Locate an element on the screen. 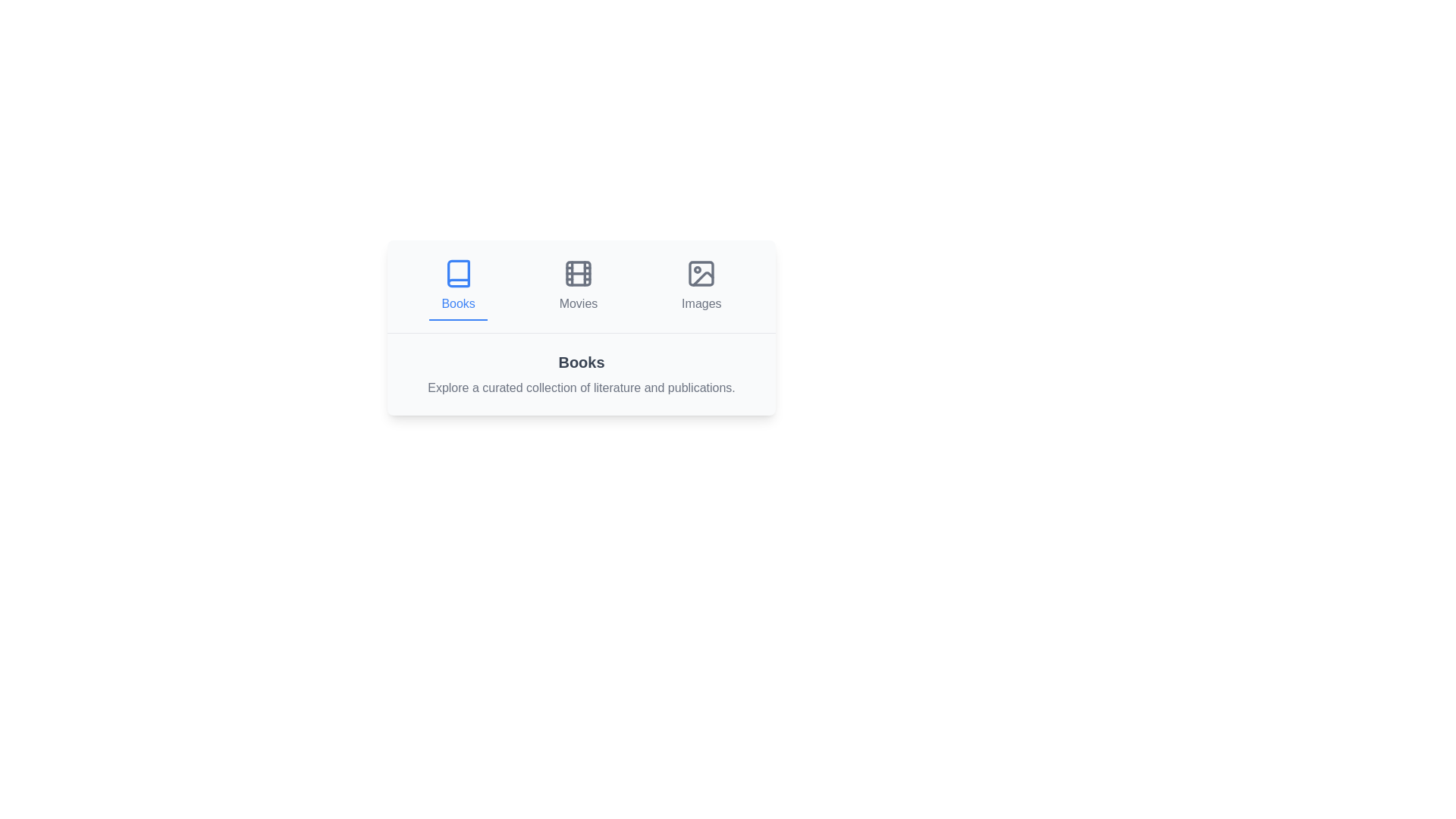  the Images tab by clicking on its button is located at coordinates (701, 287).